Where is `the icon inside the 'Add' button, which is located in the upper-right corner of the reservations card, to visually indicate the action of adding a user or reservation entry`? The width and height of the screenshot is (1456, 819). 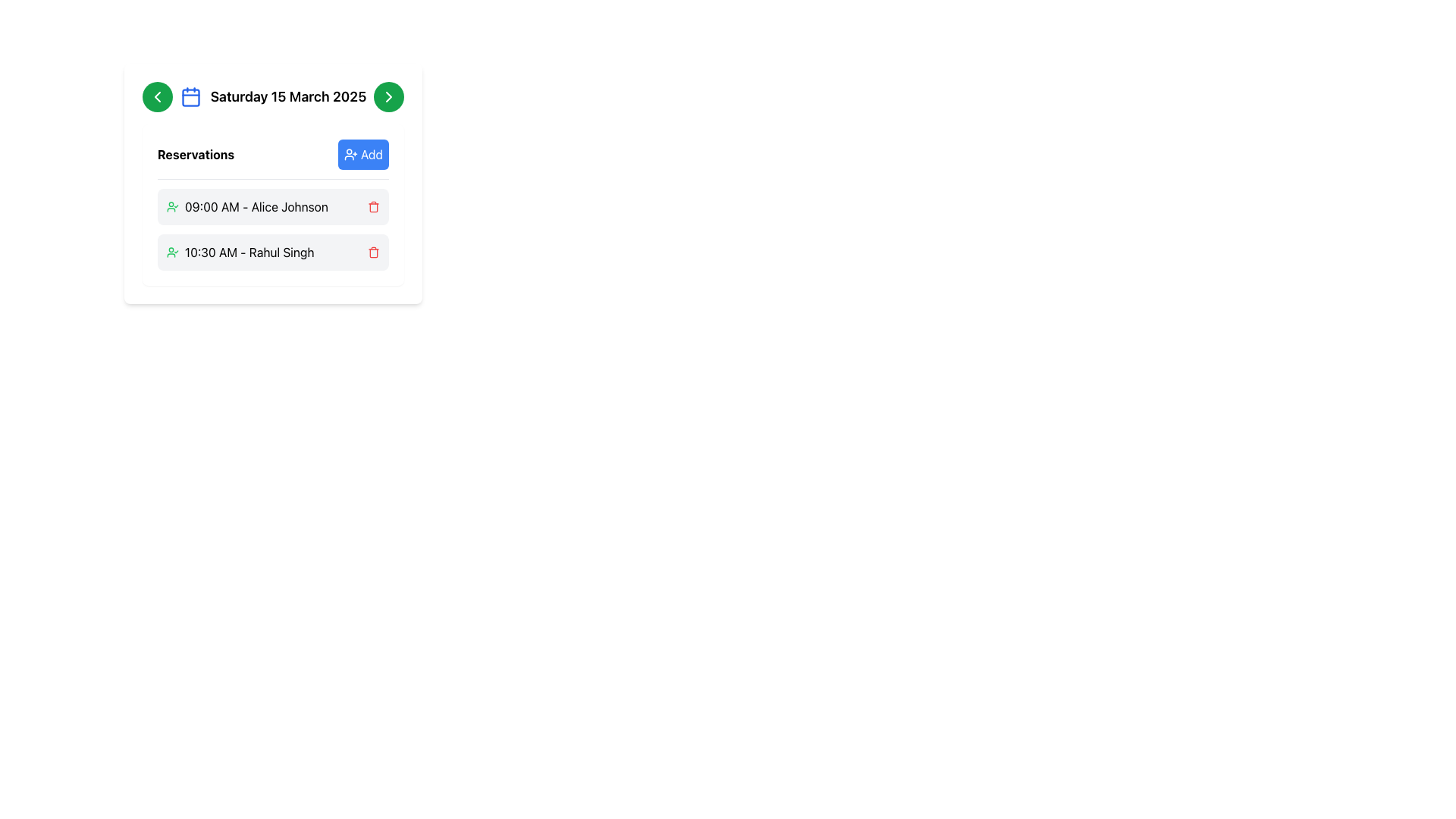
the icon inside the 'Add' button, which is located in the upper-right corner of the reservations card, to visually indicate the action of adding a user or reservation entry is located at coordinates (350, 155).